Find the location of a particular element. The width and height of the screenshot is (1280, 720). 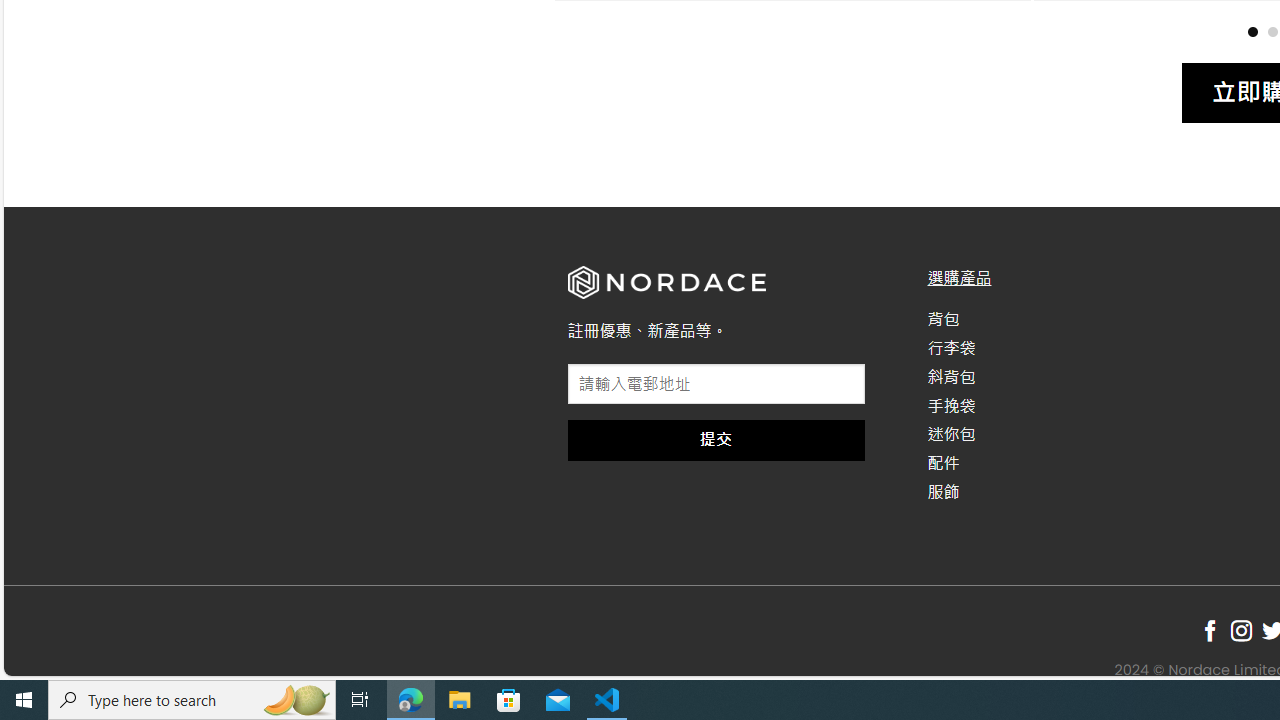

'Page dot 2' is located at coordinates (1271, 31).